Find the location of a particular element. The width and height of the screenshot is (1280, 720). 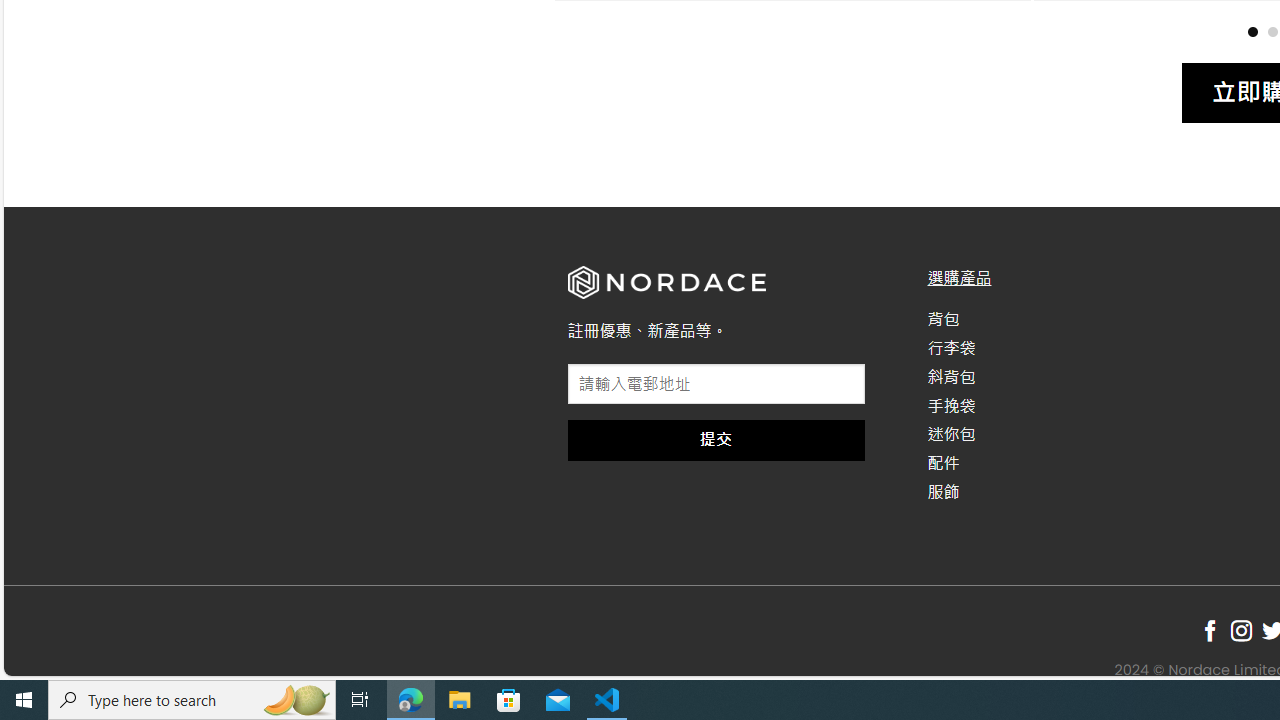

'Page dot 2' is located at coordinates (1271, 31).